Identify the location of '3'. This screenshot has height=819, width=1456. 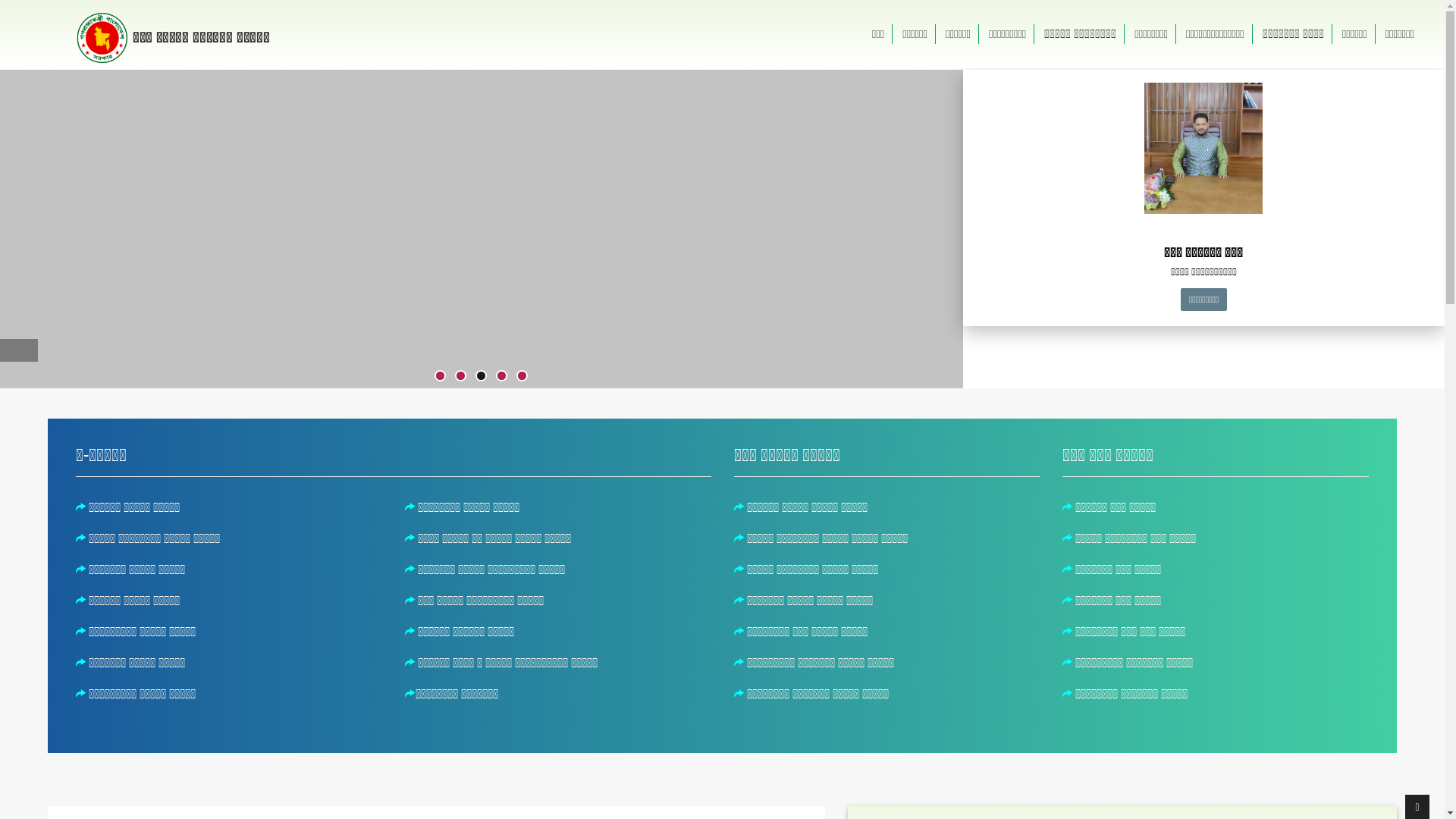
(480, 375).